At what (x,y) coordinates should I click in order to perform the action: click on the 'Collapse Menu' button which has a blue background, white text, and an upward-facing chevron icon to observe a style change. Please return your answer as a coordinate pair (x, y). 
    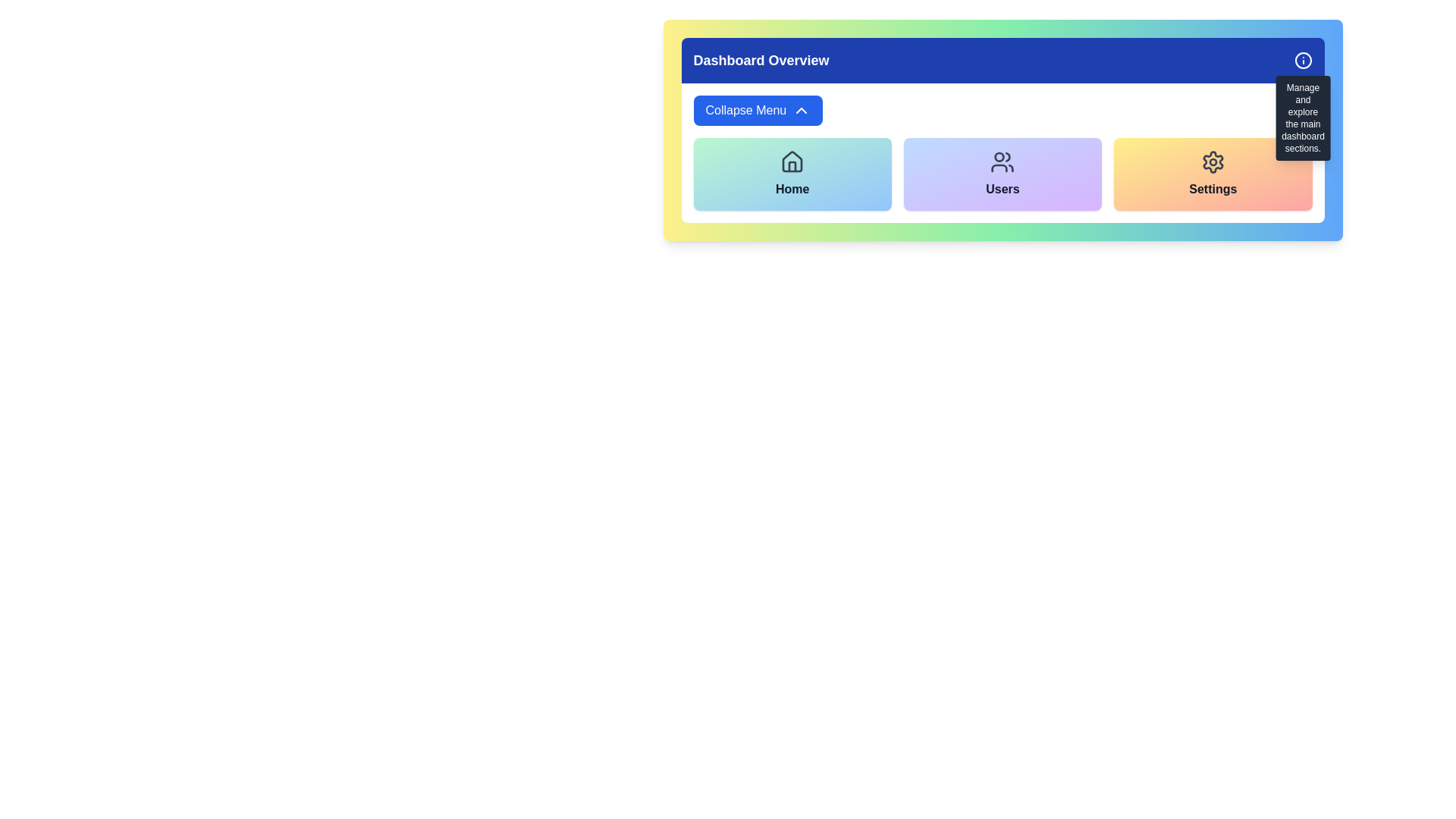
    Looking at the image, I should click on (758, 110).